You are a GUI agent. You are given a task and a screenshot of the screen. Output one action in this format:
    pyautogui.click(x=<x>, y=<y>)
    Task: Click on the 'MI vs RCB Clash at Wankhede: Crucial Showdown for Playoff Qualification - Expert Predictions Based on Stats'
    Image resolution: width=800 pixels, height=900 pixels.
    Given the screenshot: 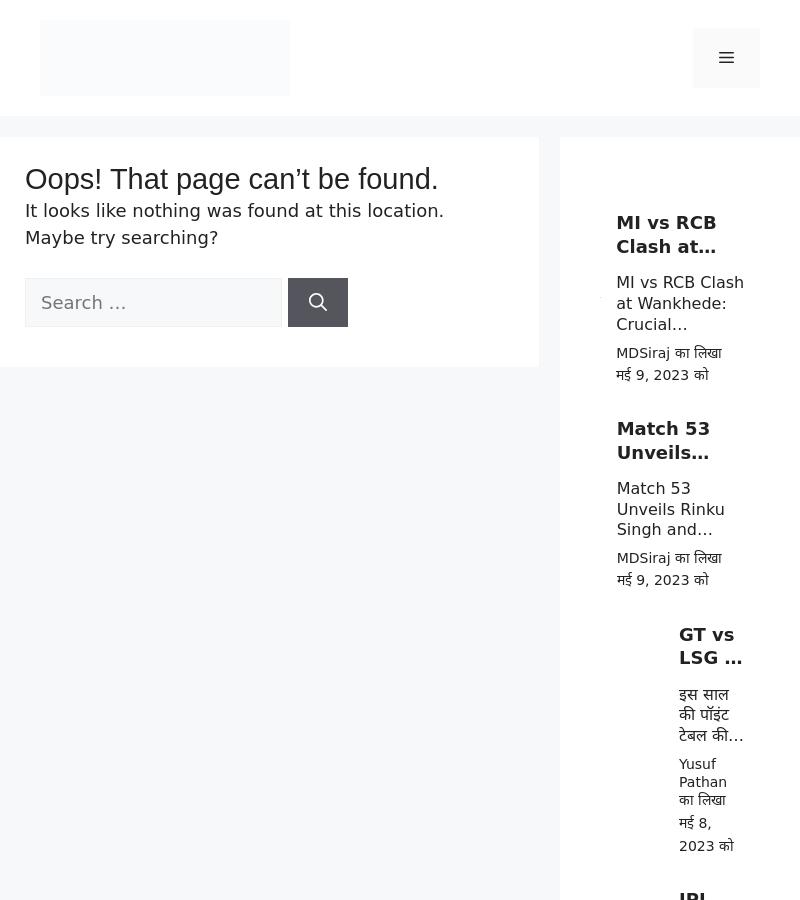 What is the action you would take?
    pyautogui.click(x=680, y=365)
    